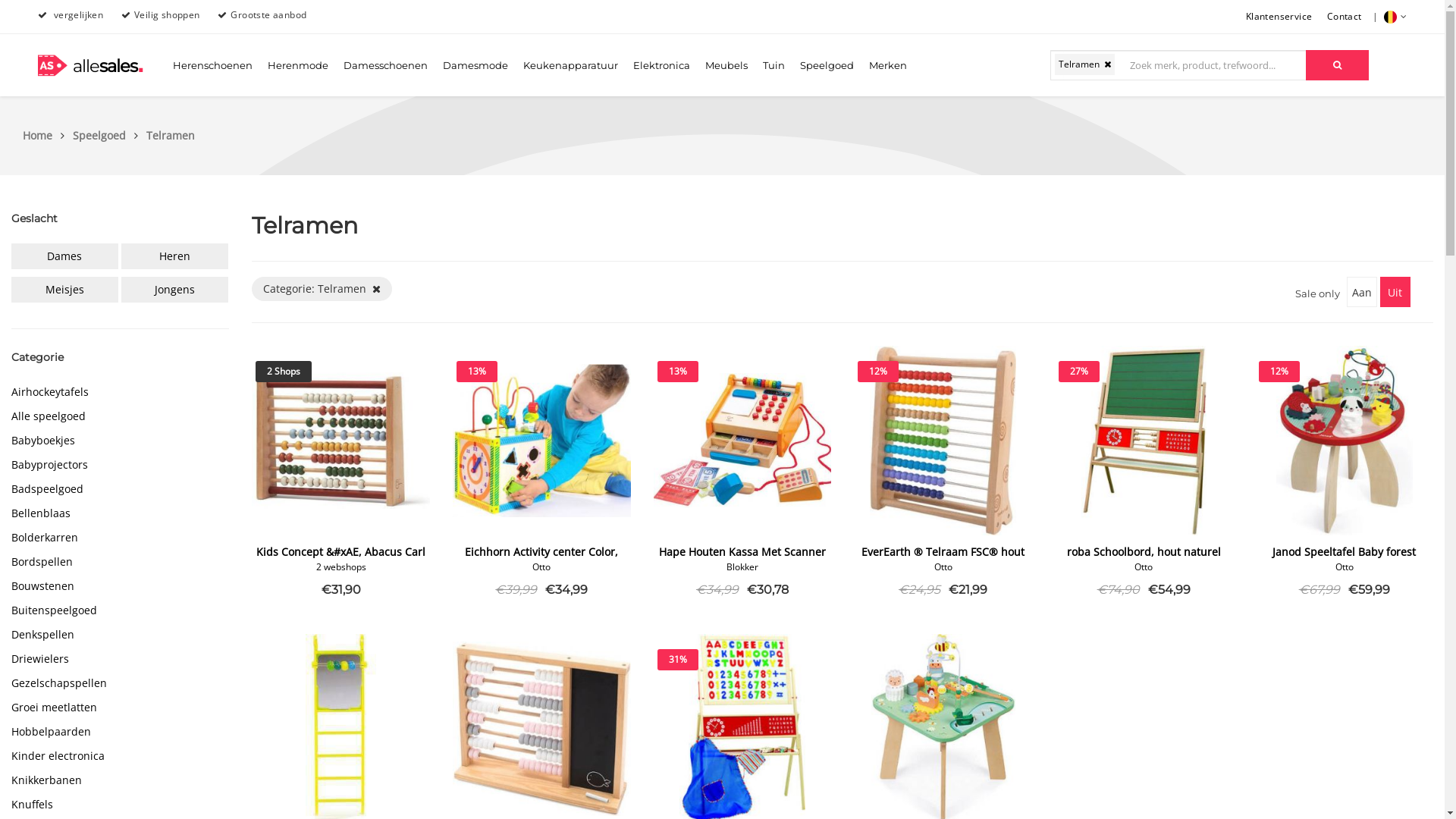 This screenshot has height=819, width=1456. I want to click on '2 webshops', so click(340, 566).